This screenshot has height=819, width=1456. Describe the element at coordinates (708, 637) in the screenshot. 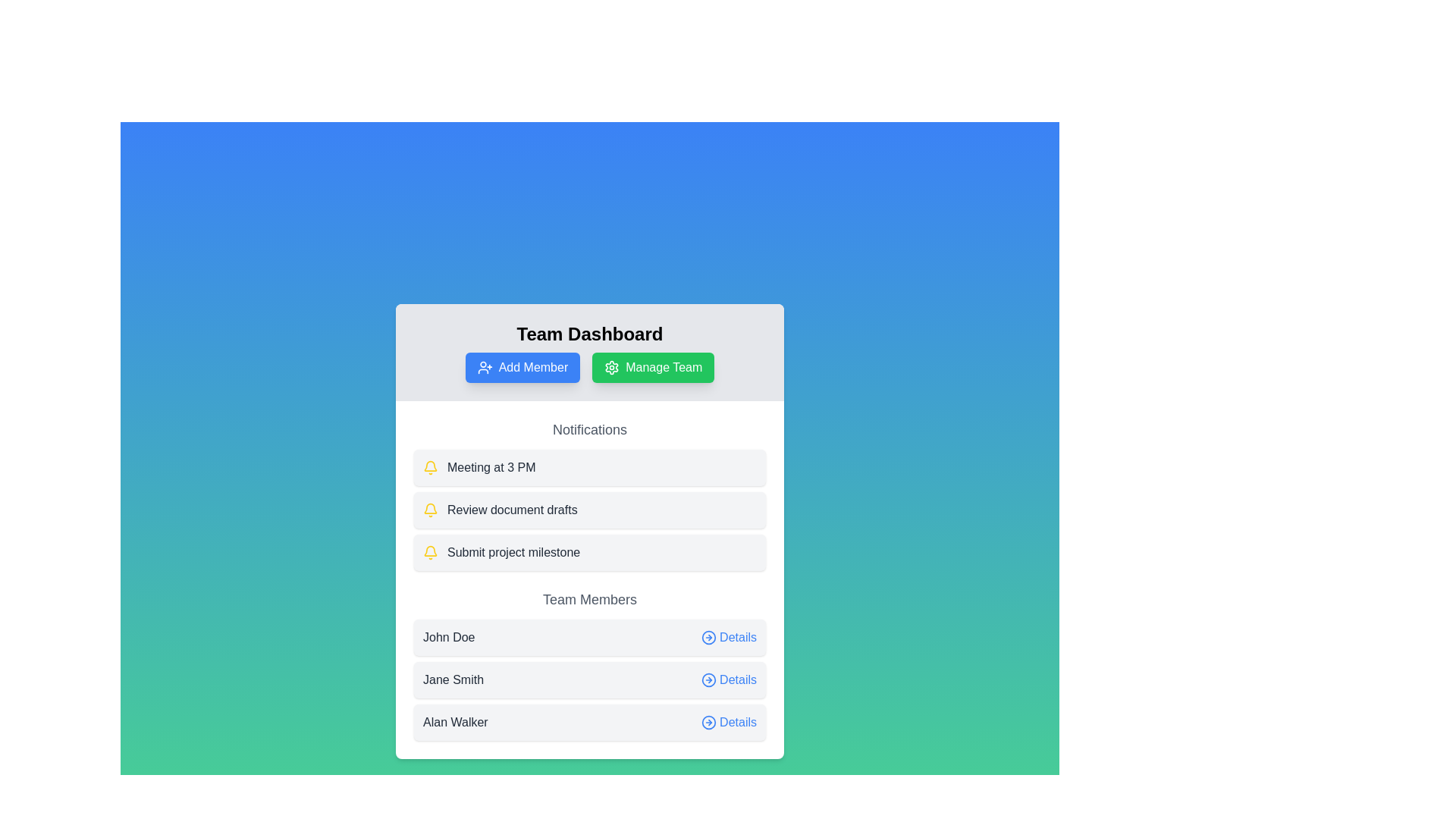

I see `the circular arrow icon pointing to the right, located in the 'Details' button for 'John Doe' in the 'Team Members' section` at that location.